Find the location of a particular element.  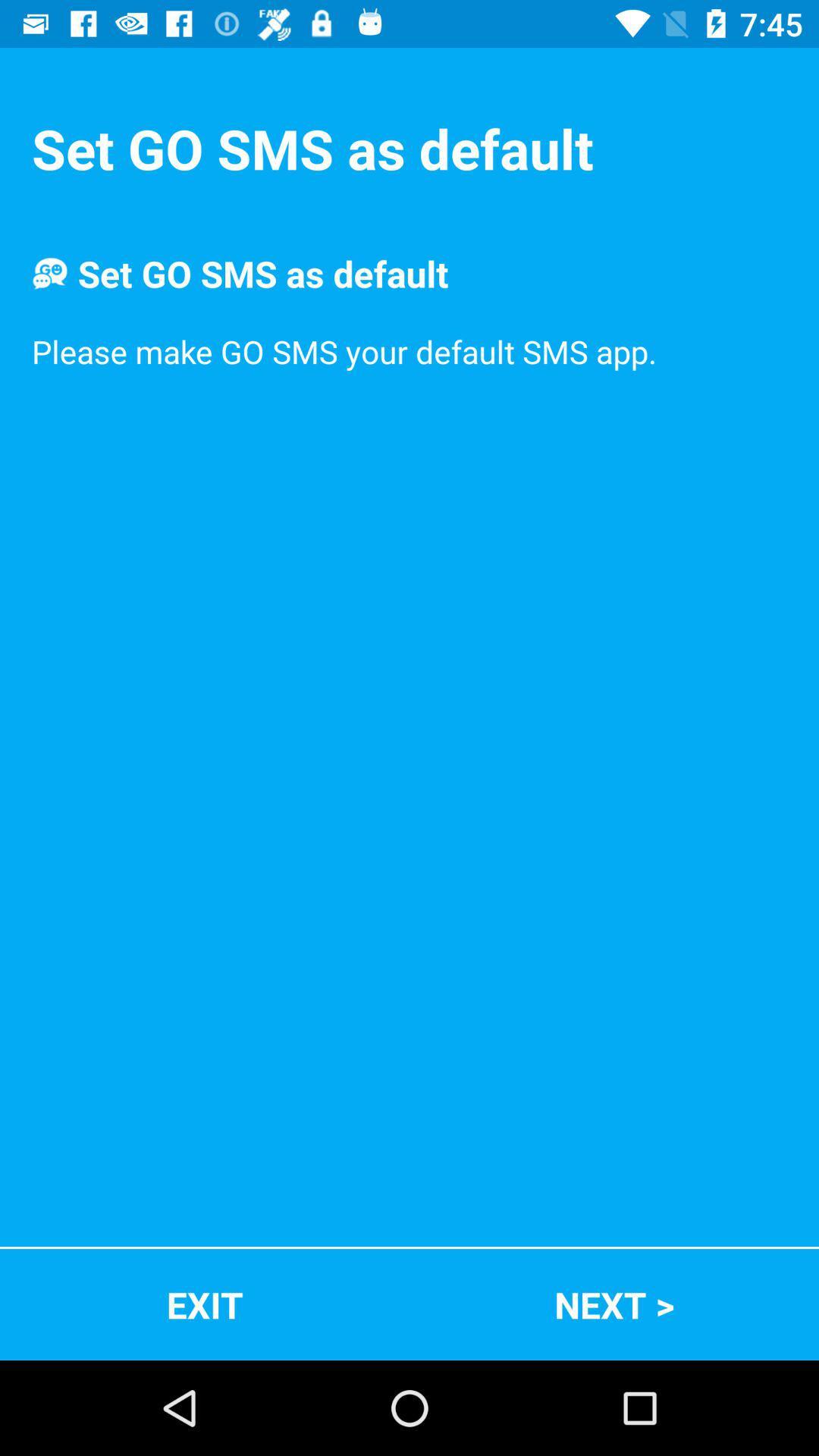

item next to the next > item is located at coordinates (205, 1304).